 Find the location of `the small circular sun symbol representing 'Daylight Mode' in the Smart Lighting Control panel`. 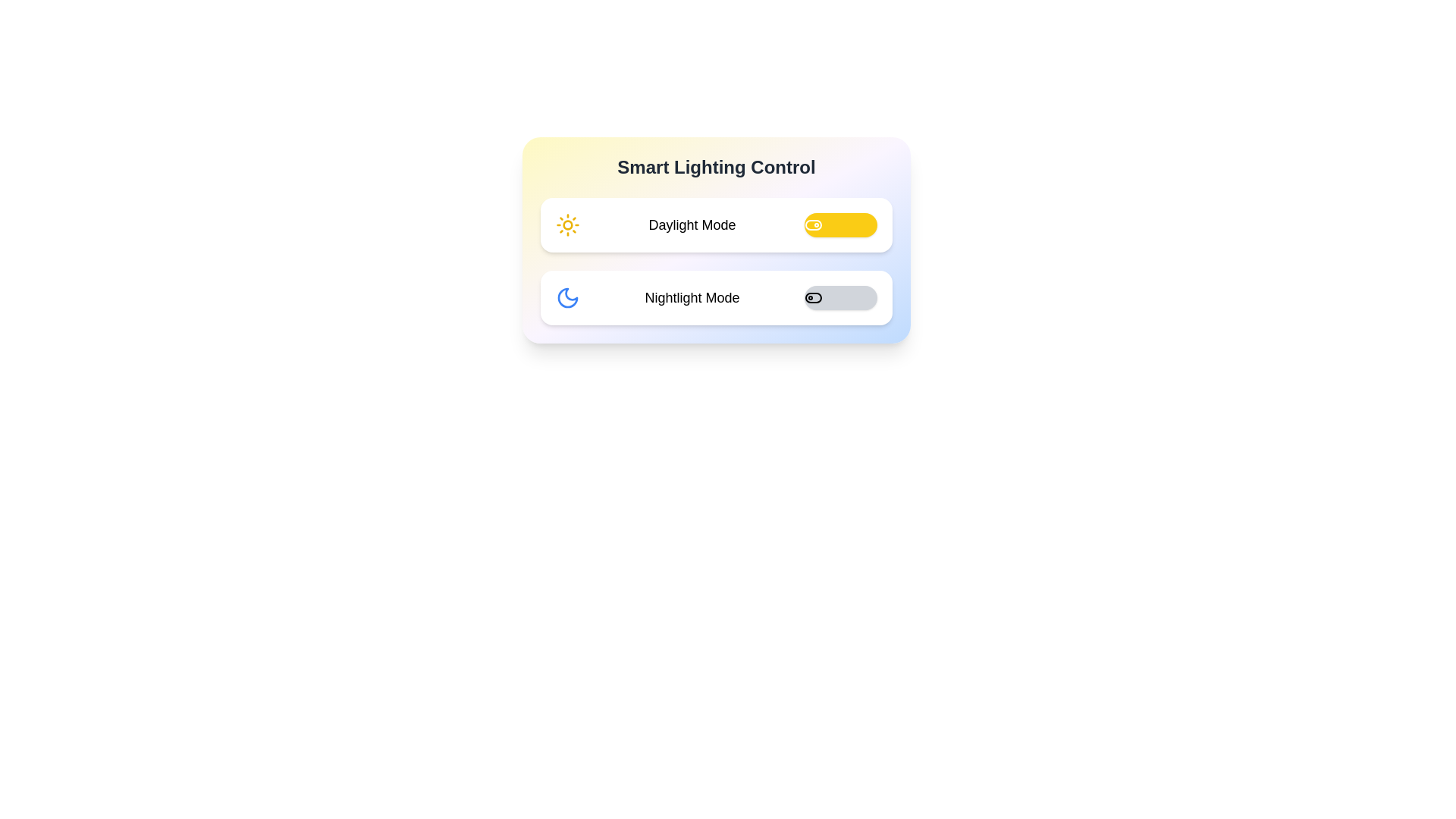

the small circular sun symbol representing 'Daylight Mode' in the Smart Lighting Control panel is located at coordinates (566, 225).